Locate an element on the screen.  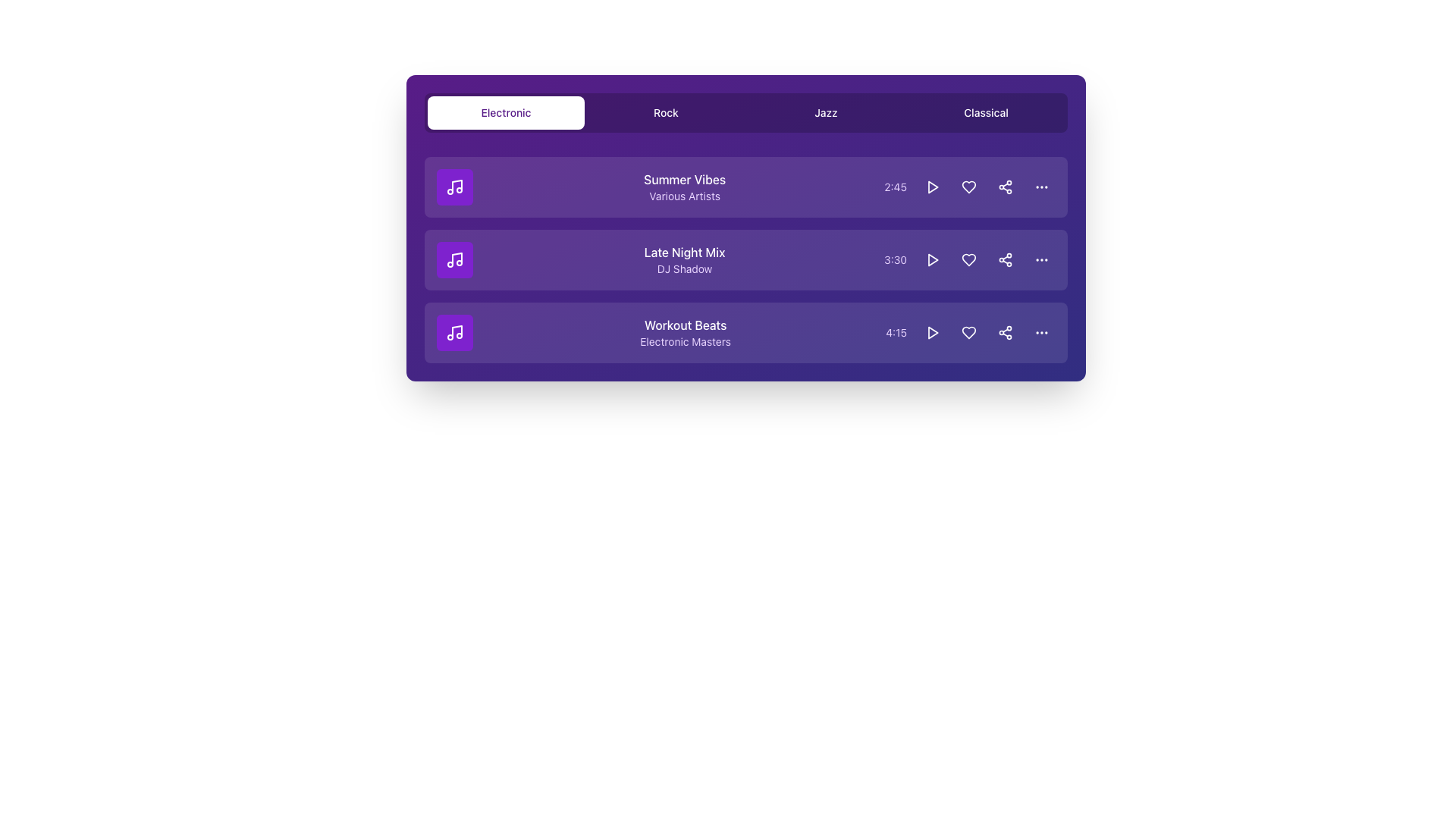
the 'Classical' genre button located at the top-right corner of the interface to trigger the hover effect is located at coordinates (986, 112).